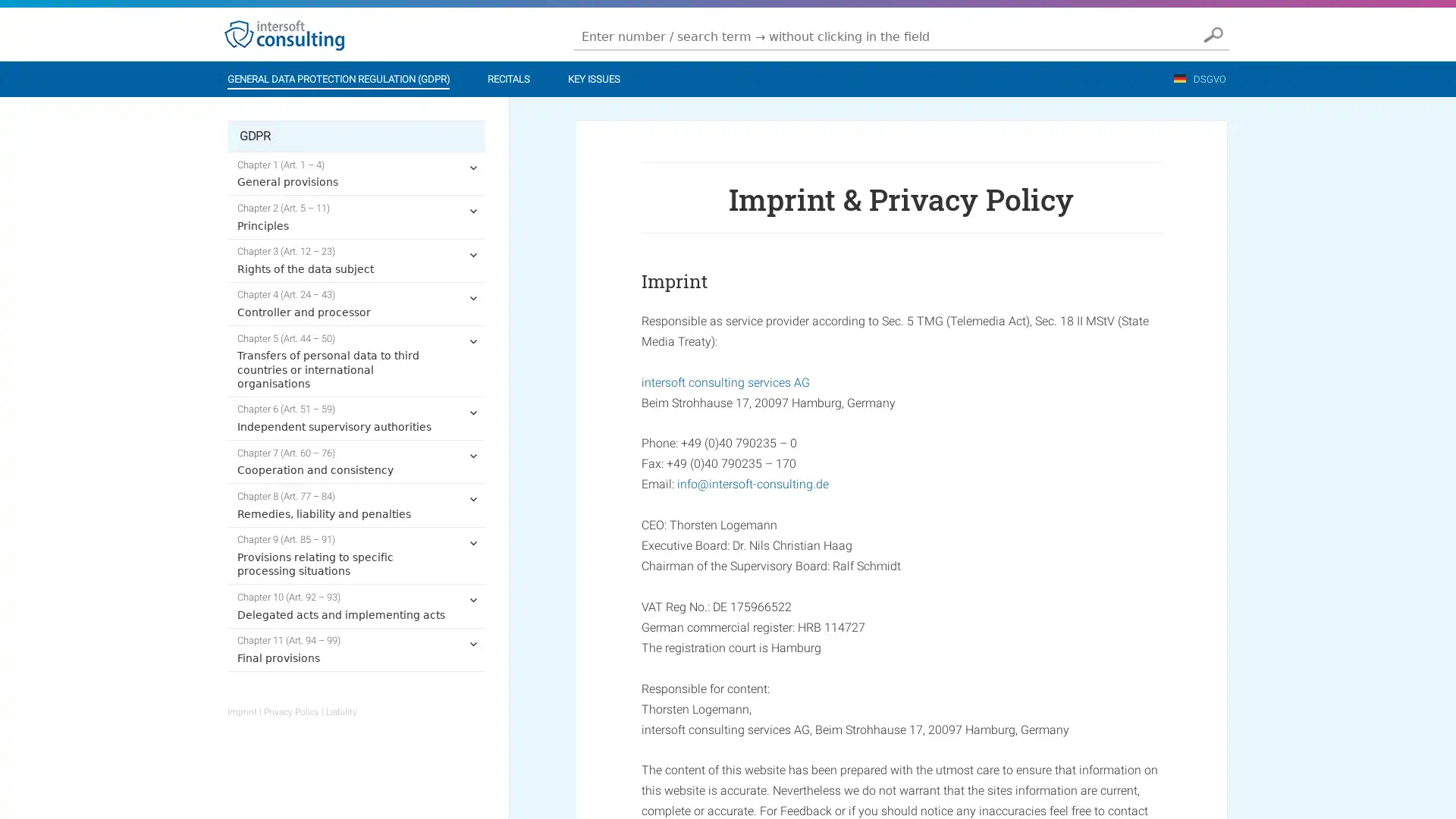 Image resolution: width=1456 pixels, height=819 pixels. What do you see at coordinates (472, 485) in the screenshot?
I see `expand child menu` at bounding box center [472, 485].